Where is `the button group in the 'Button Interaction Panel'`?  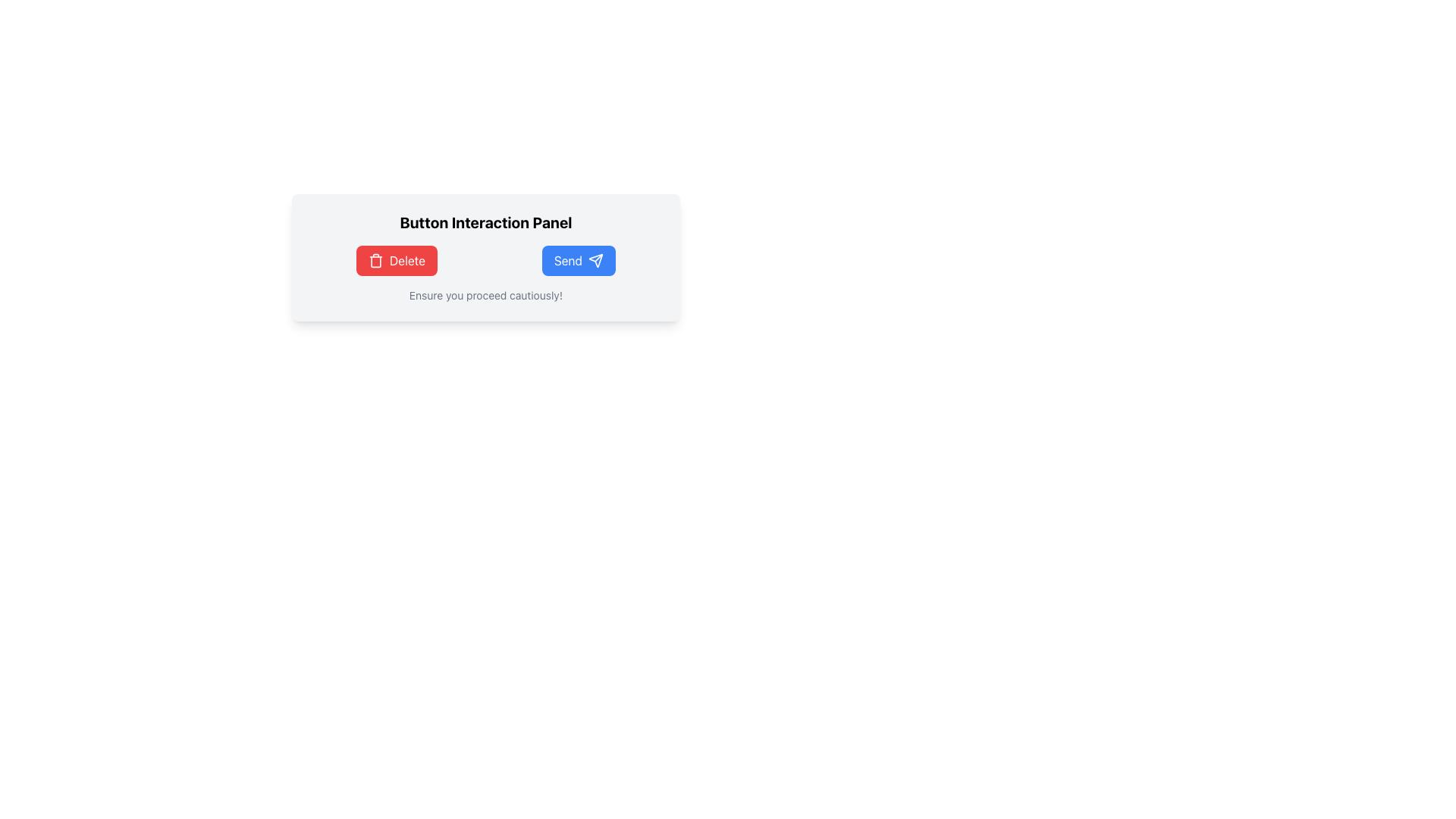 the button group in the 'Button Interaction Panel' is located at coordinates (486, 259).